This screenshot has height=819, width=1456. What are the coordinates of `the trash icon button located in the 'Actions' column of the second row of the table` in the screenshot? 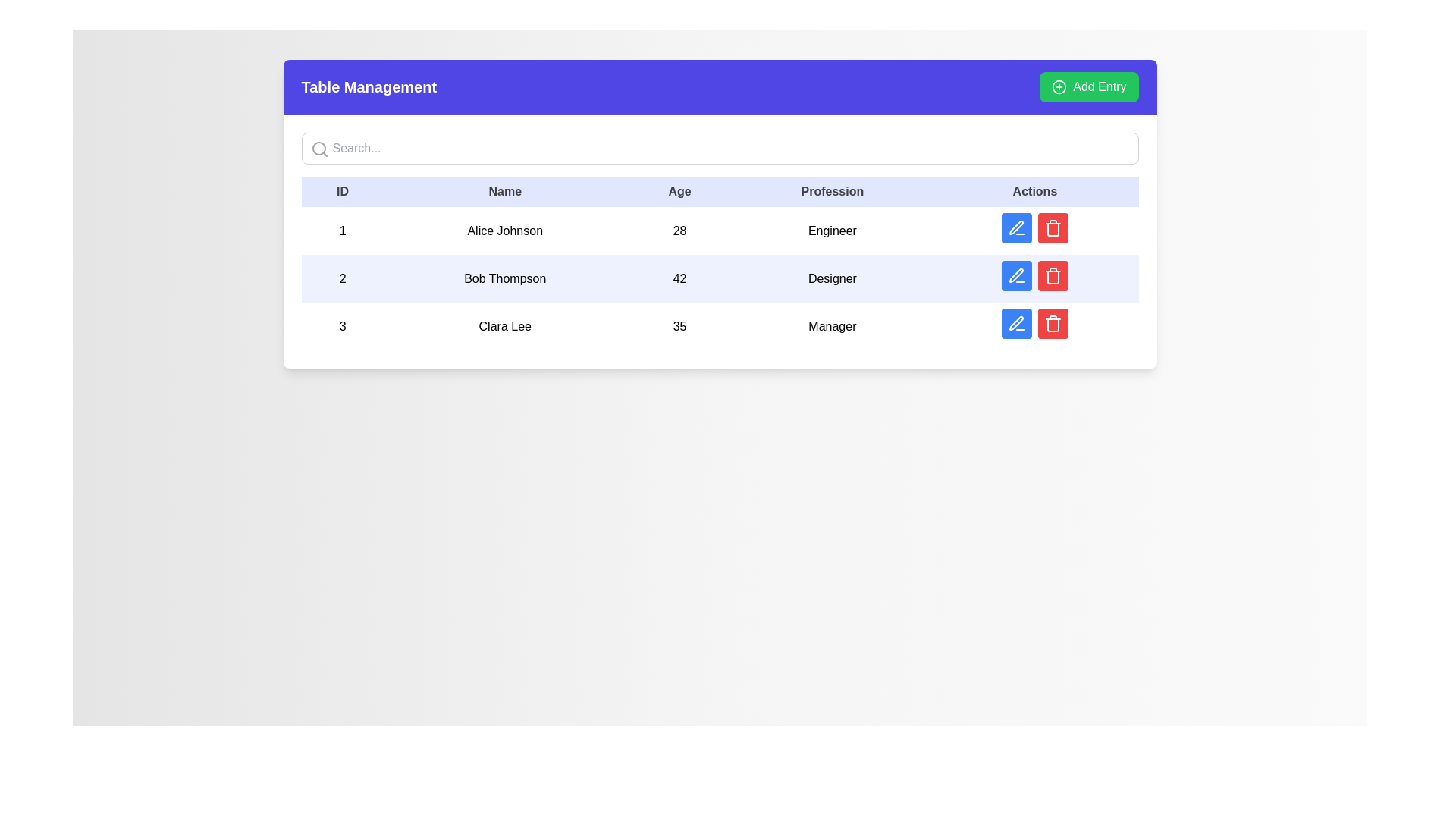 It's located at (1051, 275).